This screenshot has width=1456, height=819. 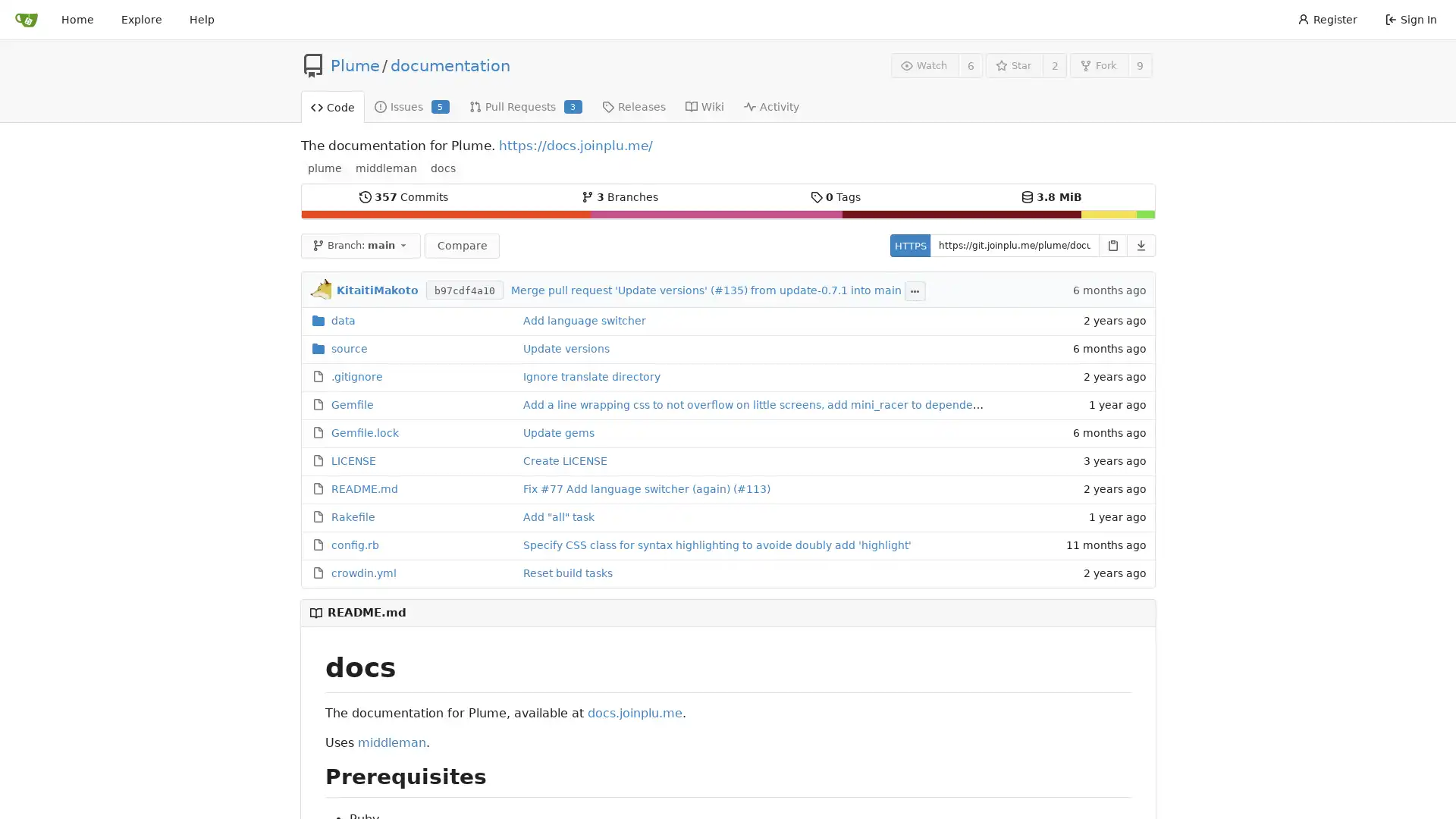 What do you see at coordinates (909, 245) in the screenshot?
I see `HTTPS` at bounding box center [909, 245].